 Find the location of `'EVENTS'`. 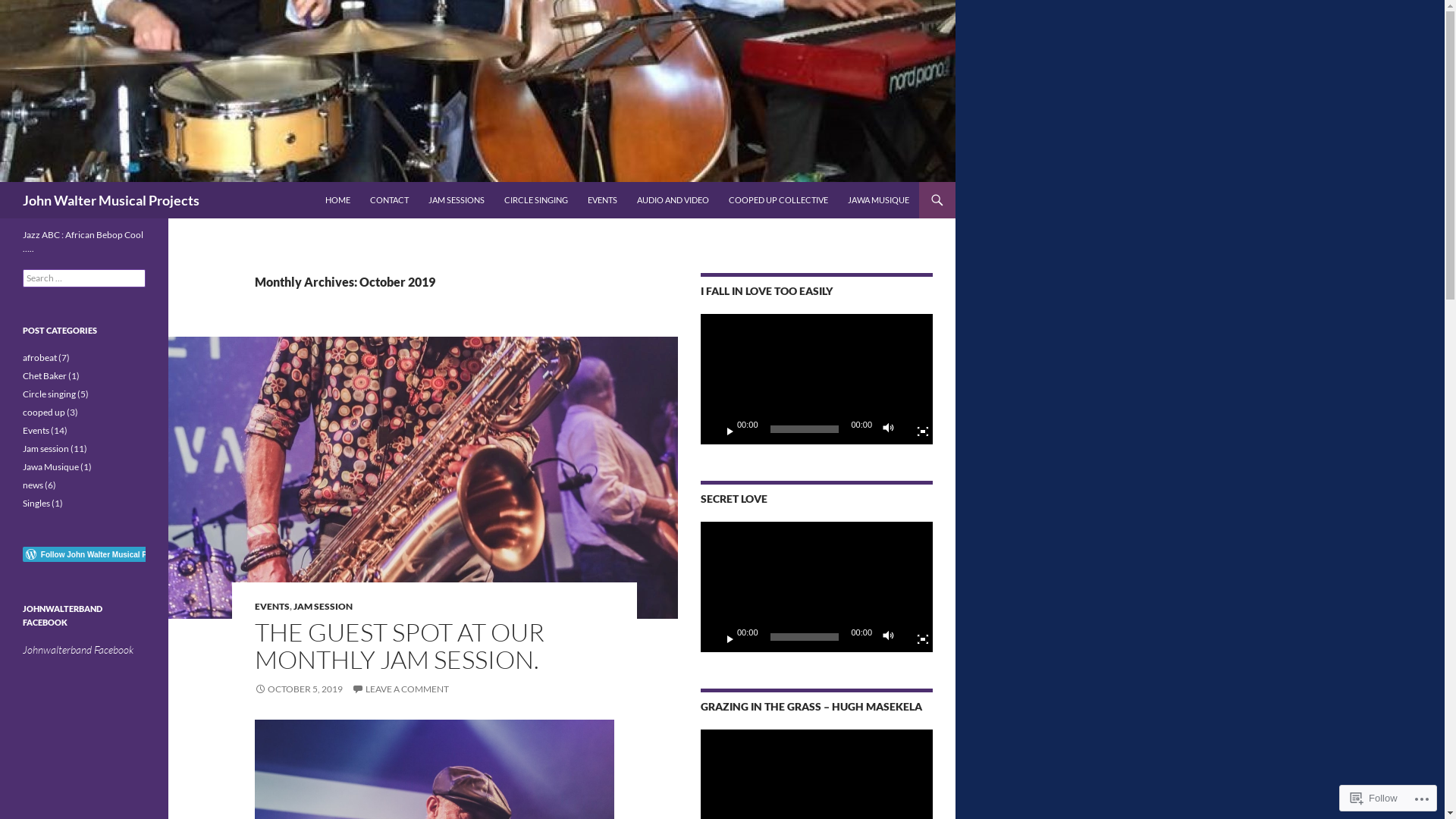

'EVENTS' is located at coordinates (272, 605).